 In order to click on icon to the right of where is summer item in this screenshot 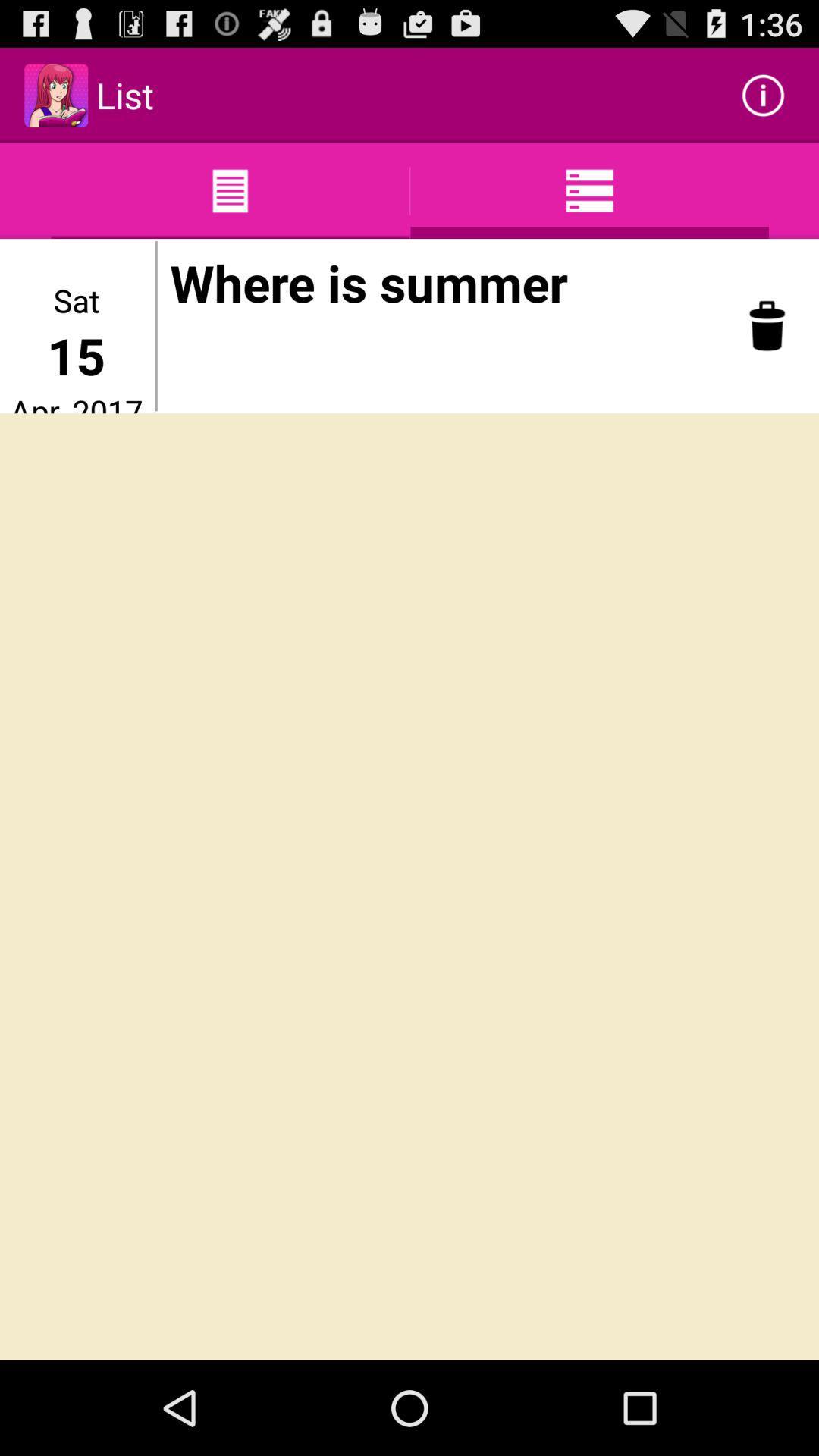, I will do `click(767, 325)`.